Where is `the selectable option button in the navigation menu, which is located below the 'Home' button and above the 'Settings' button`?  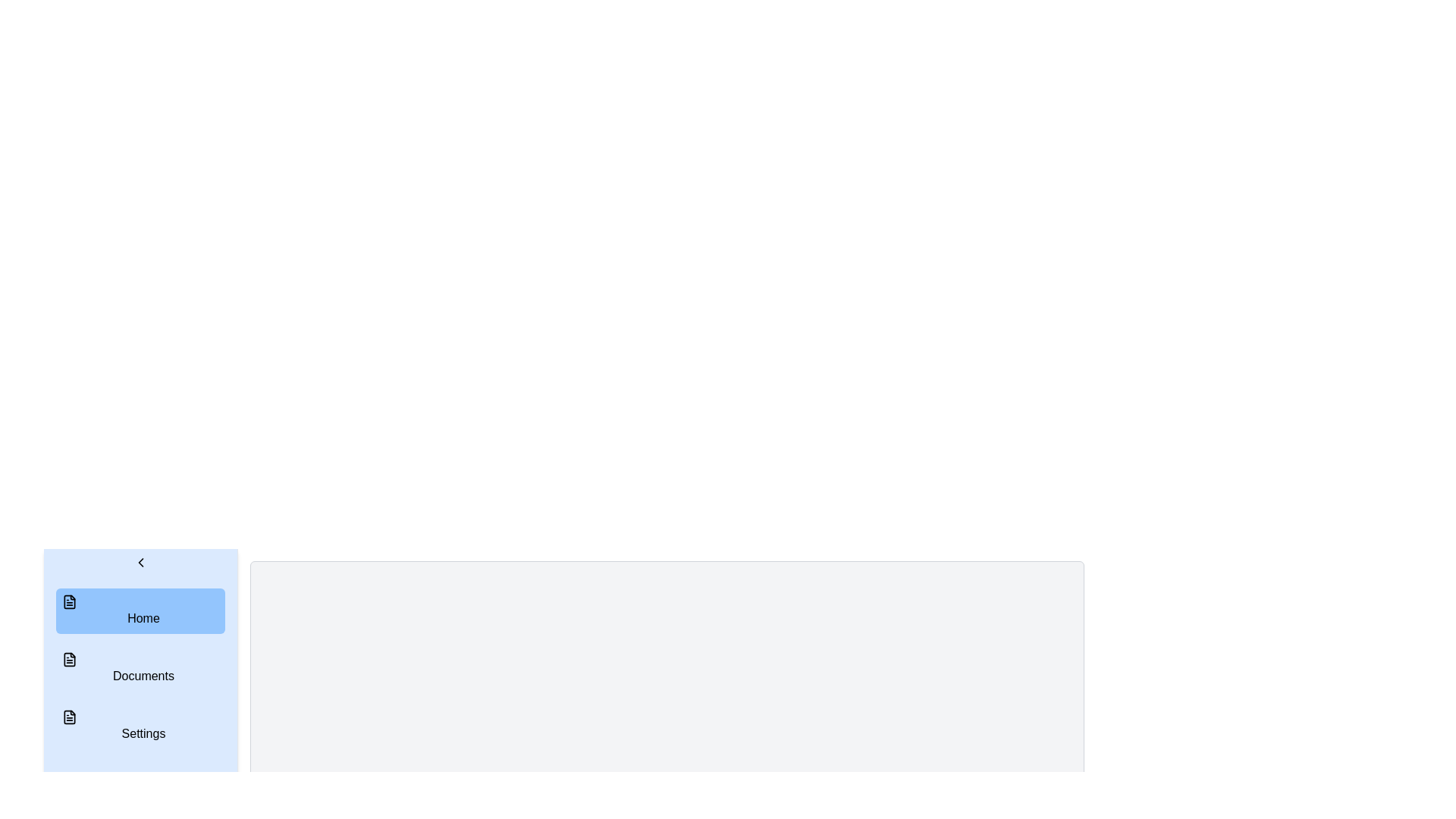 the selectable option button in the navigation menu, which is located below the 'Home' button and above the 'Settings' button is located at coordinates (140, 668).